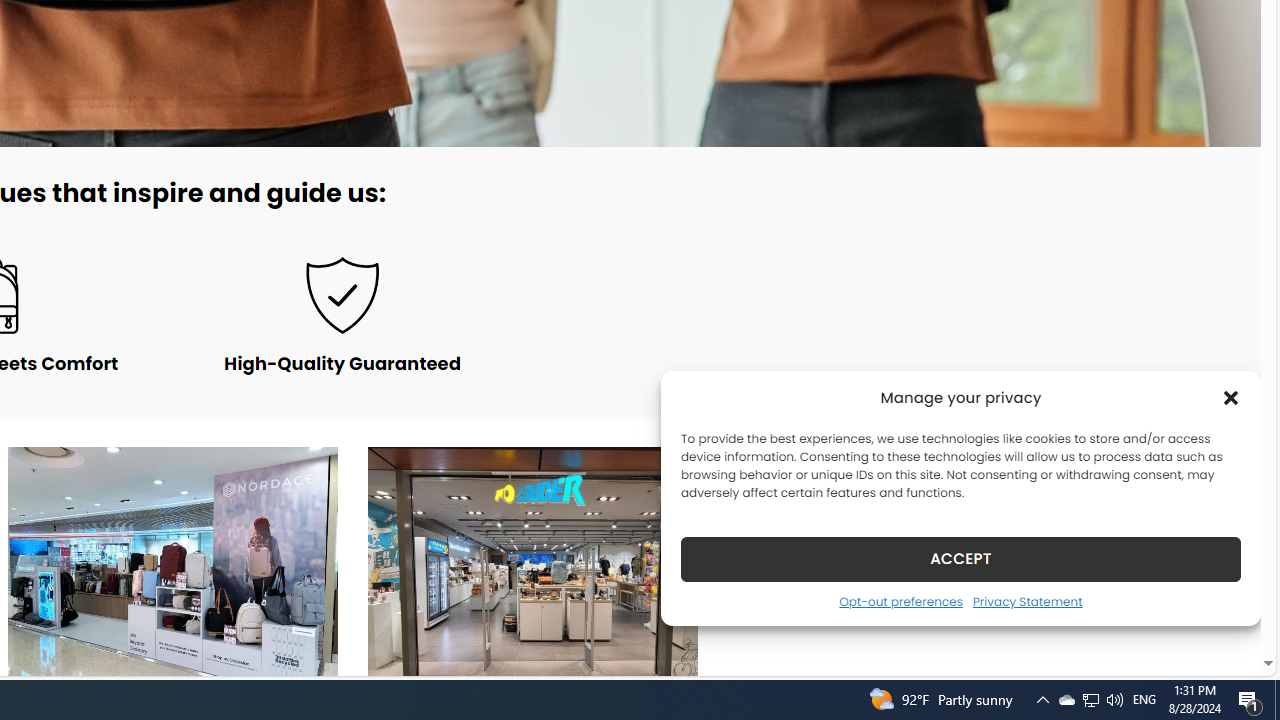  I want to click on 'Class: cmplz-close', so click(1230, 397).